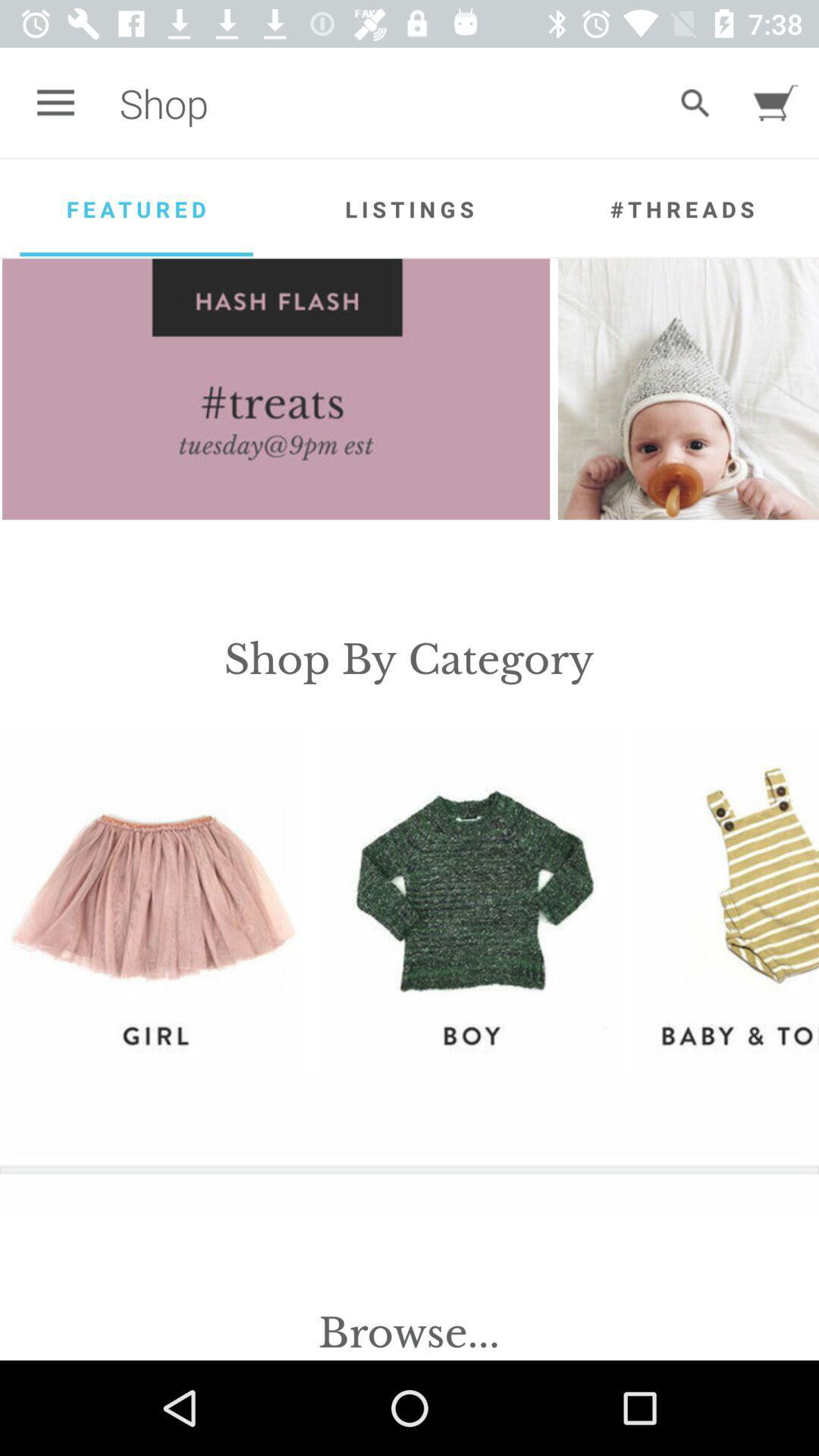 The width and height of the screenshot is (819, 1456). What do you see at coordinates (776, 102) in the screenshot?
I see `second icon which is top right corner` at bounding box center [776, 102].